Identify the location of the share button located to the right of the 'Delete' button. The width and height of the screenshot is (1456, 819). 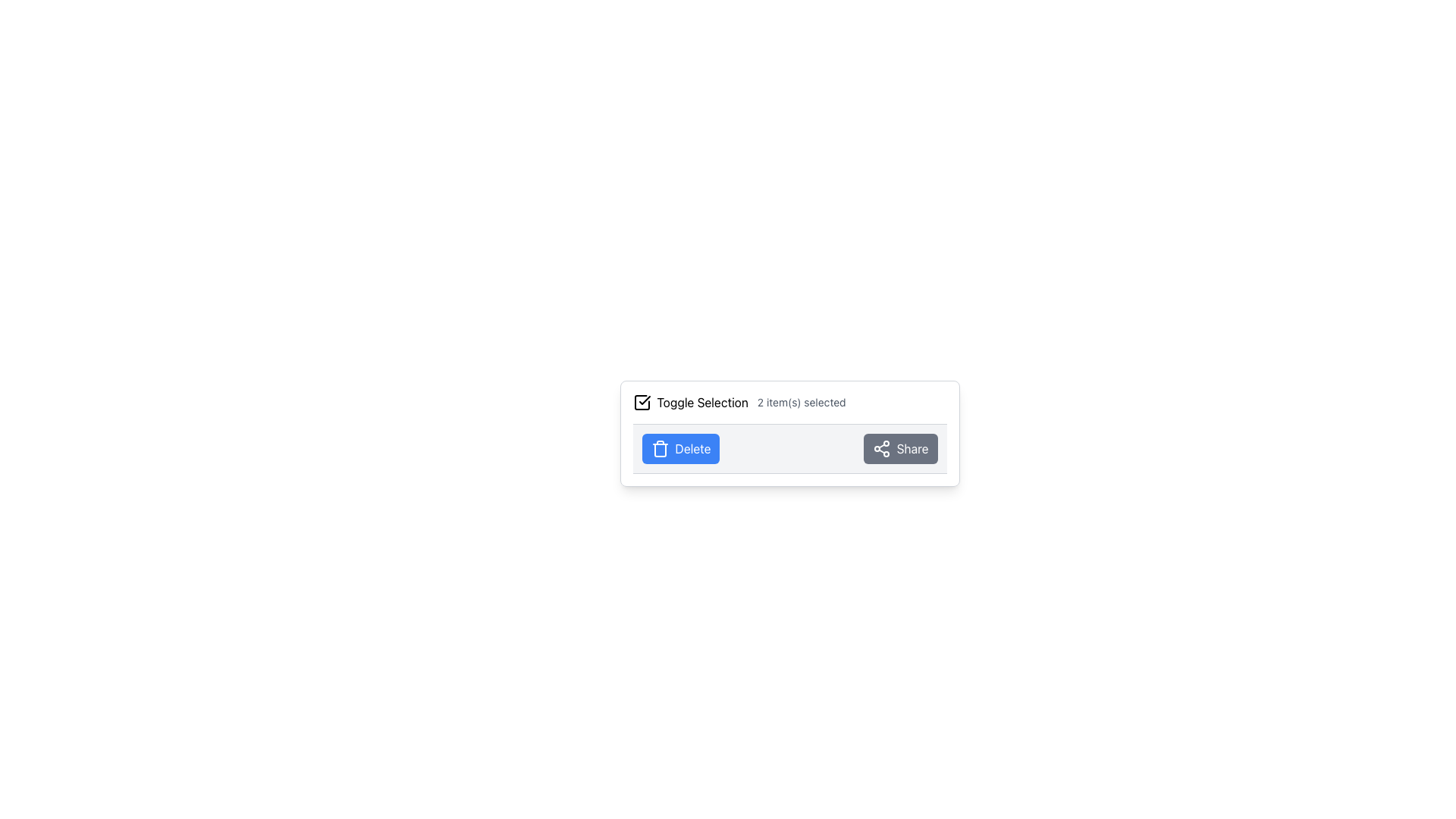
(900, 447).